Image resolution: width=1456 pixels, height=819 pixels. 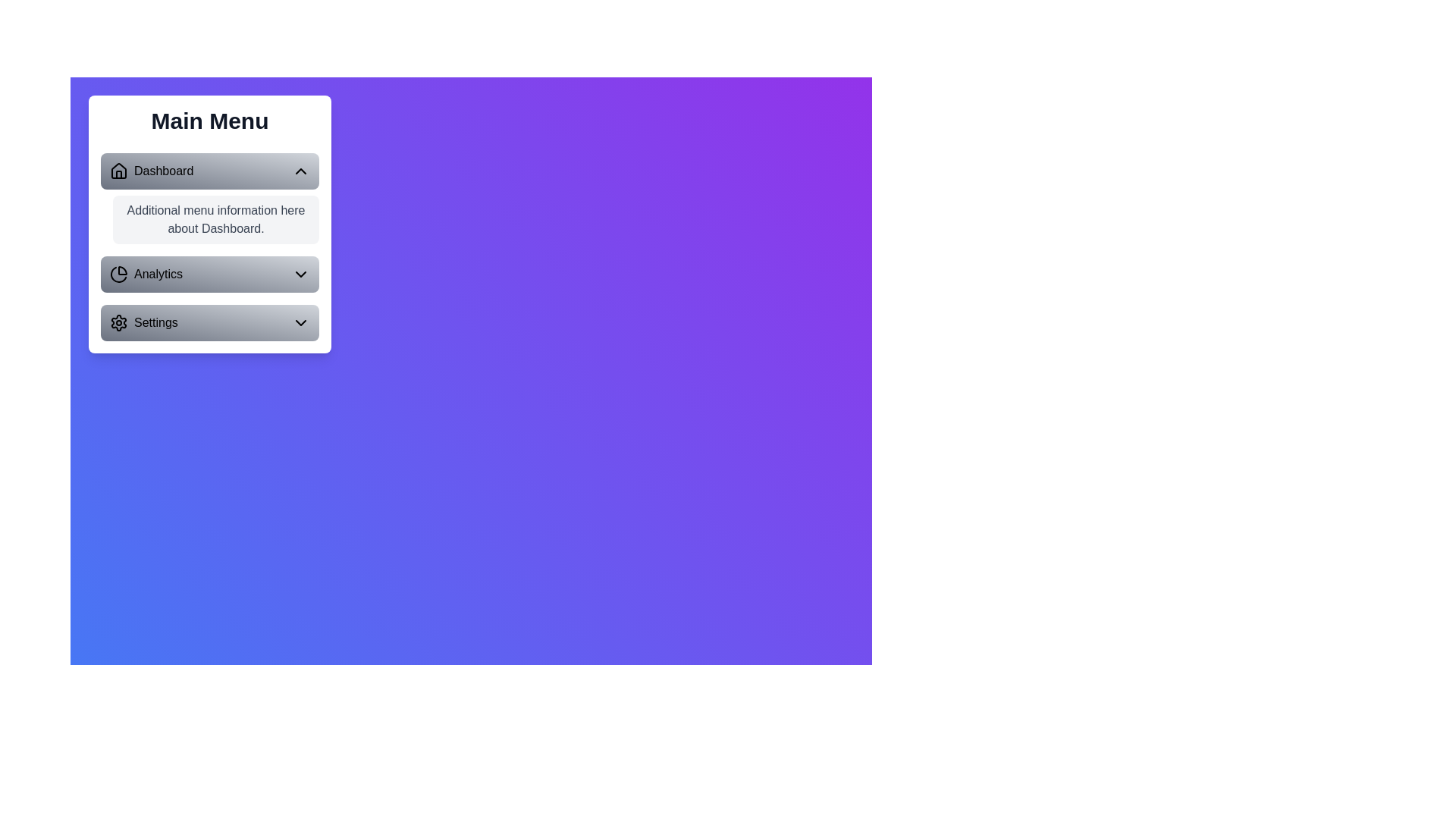 What do you see at coordinates (301, 275) in the screenshot?
I see `the icon at the far right of the 'Analytics' menu item` at bounding box center [301, 275].